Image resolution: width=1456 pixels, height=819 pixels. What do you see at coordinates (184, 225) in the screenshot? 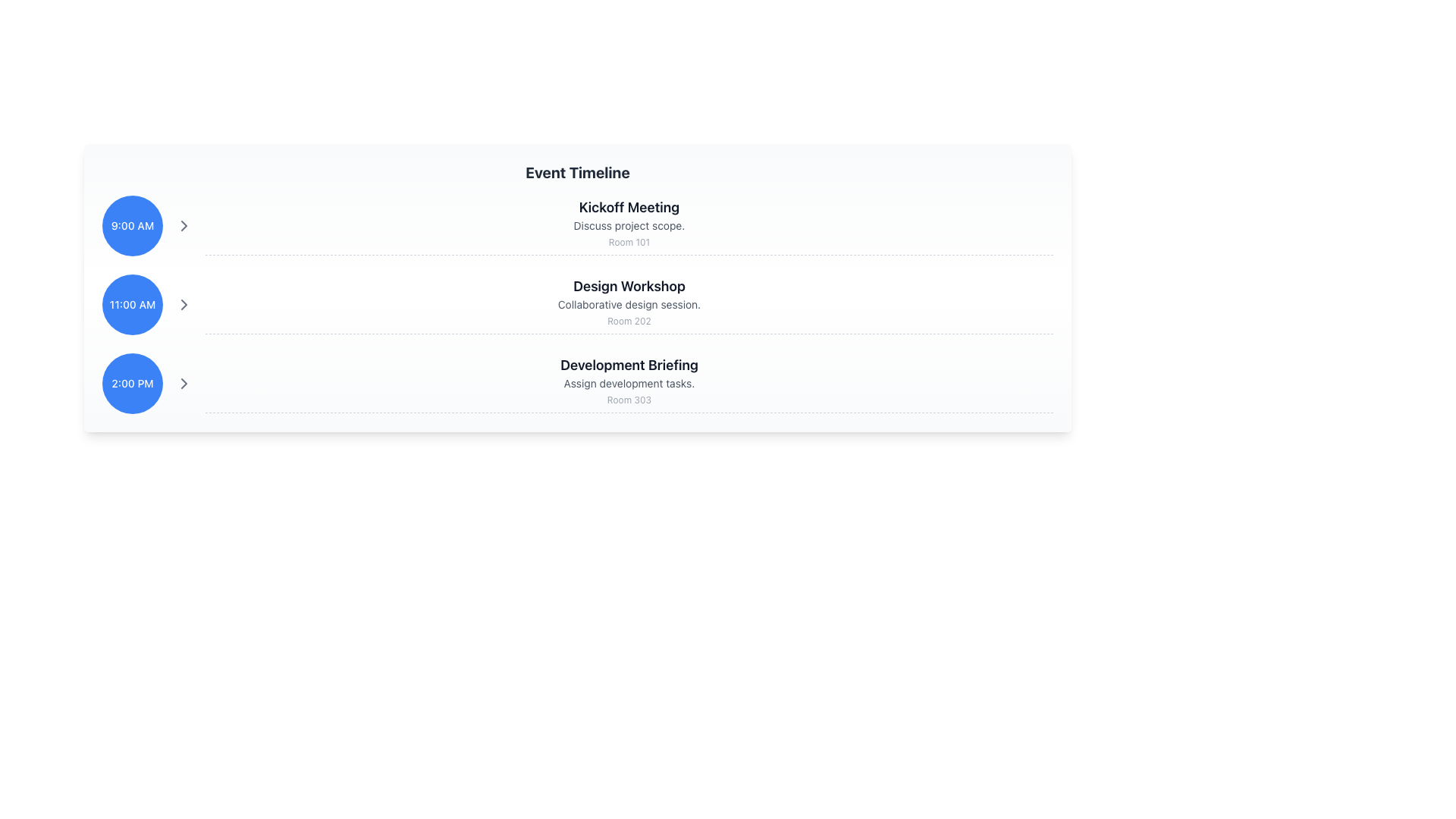
I see `the vector graphic icon located adjacent to the '9:00 AM' blue circular badge to check for additional details` at bounding box center [184, 225].